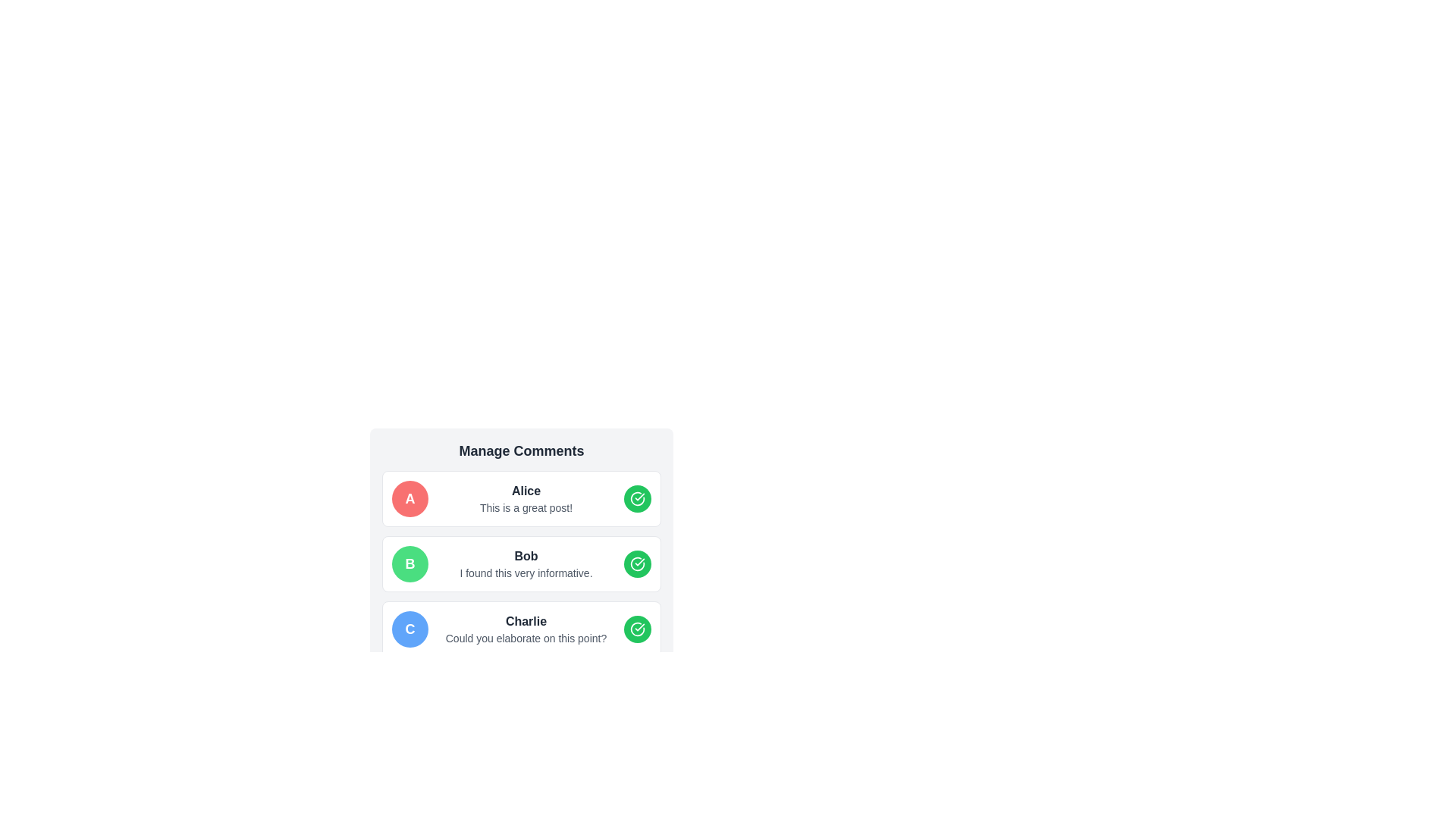 The height and width of the screenshot is (819, 1456). Describe the element at coordinates (637, 564) in the screenshot. I see `the small circular green button with a white check icon located to the far right of the comment section for 'Bob' in the 'Manage Comments' interface` at that location.